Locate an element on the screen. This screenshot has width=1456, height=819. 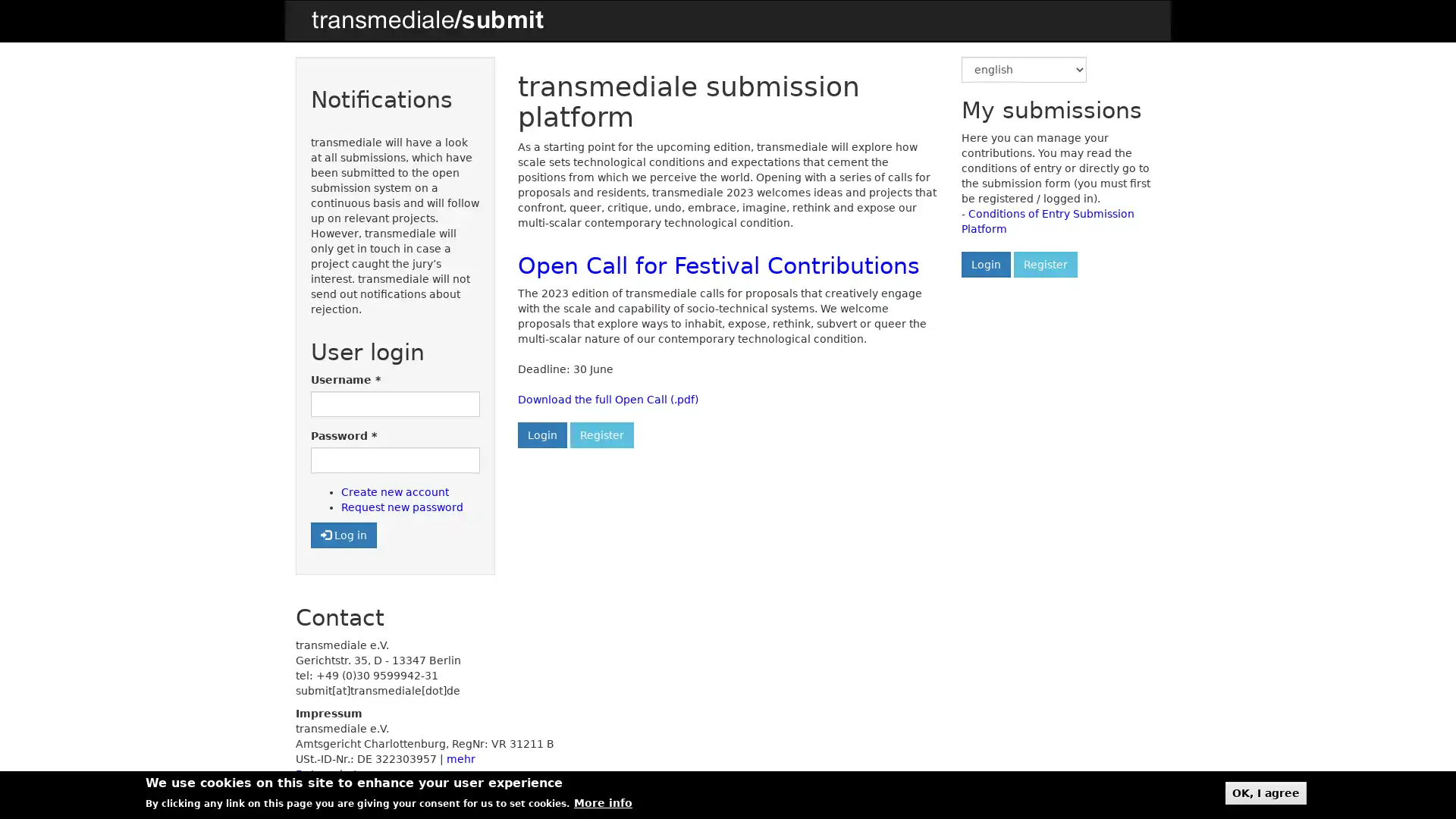
Register is located at coordinates (600, 435).